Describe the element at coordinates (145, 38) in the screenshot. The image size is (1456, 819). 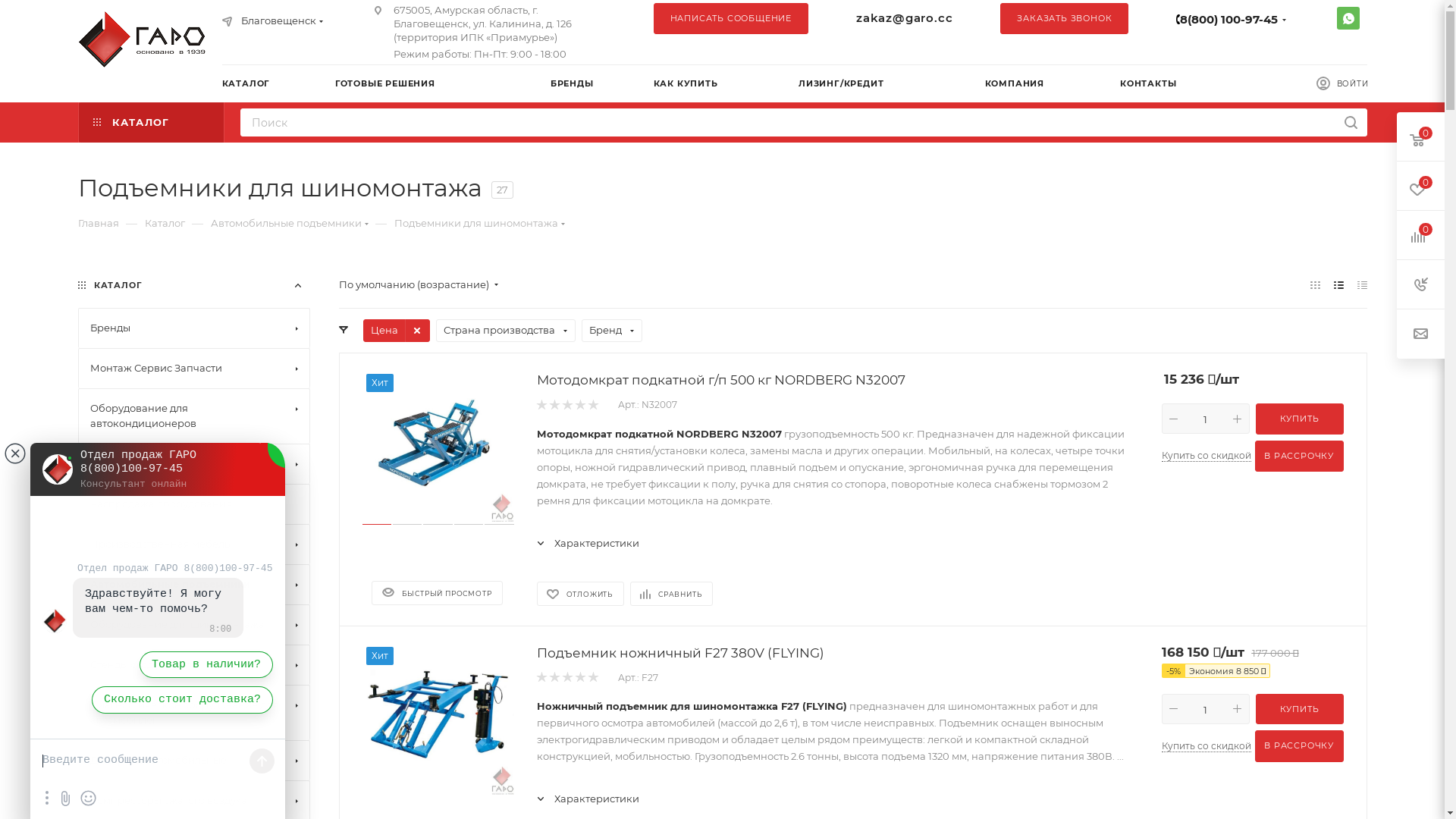
I see `'garo.cc'` at that location.